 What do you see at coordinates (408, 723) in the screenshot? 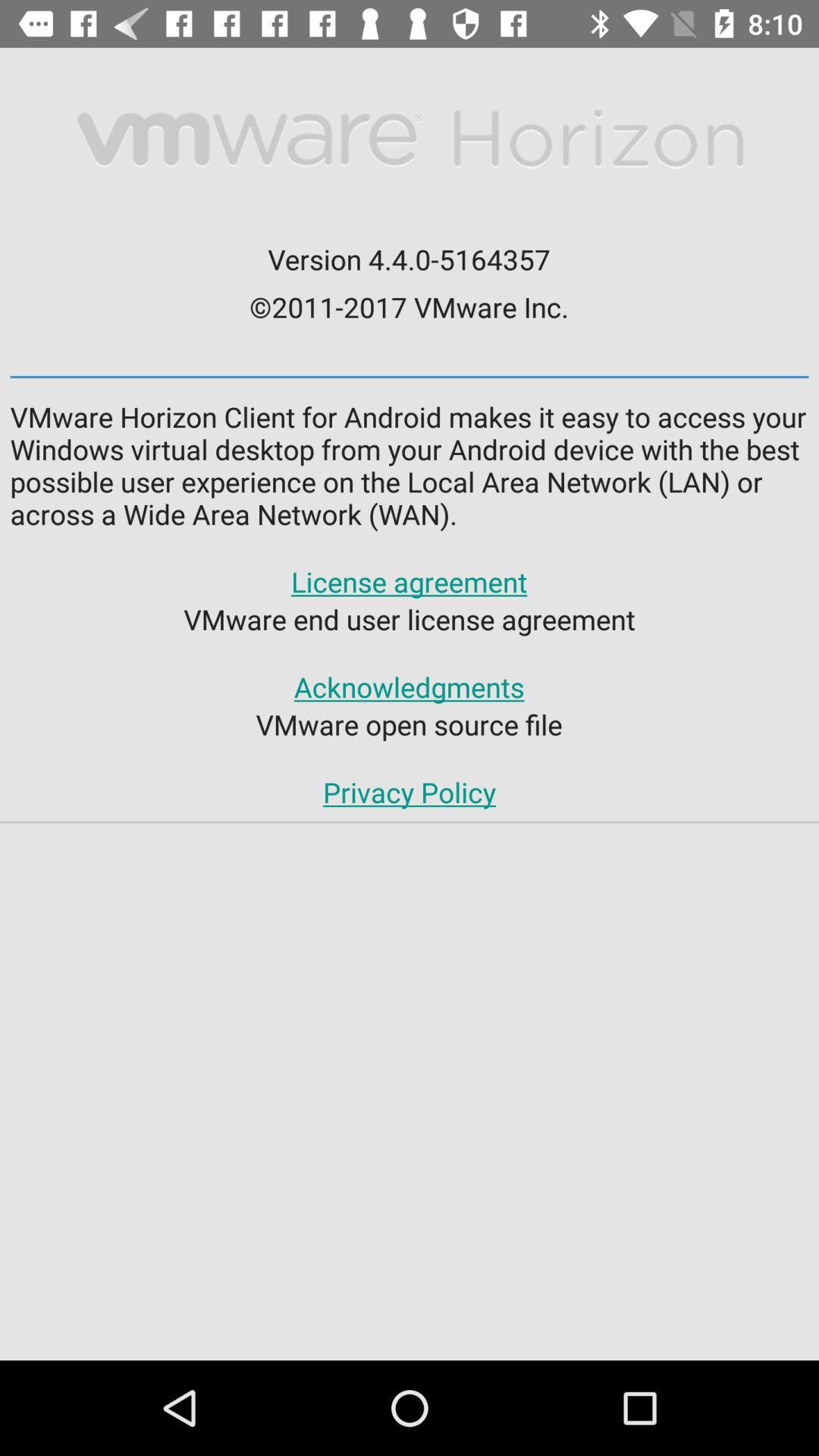
I see `the vmware open source app` at bounding box center [408, 723].